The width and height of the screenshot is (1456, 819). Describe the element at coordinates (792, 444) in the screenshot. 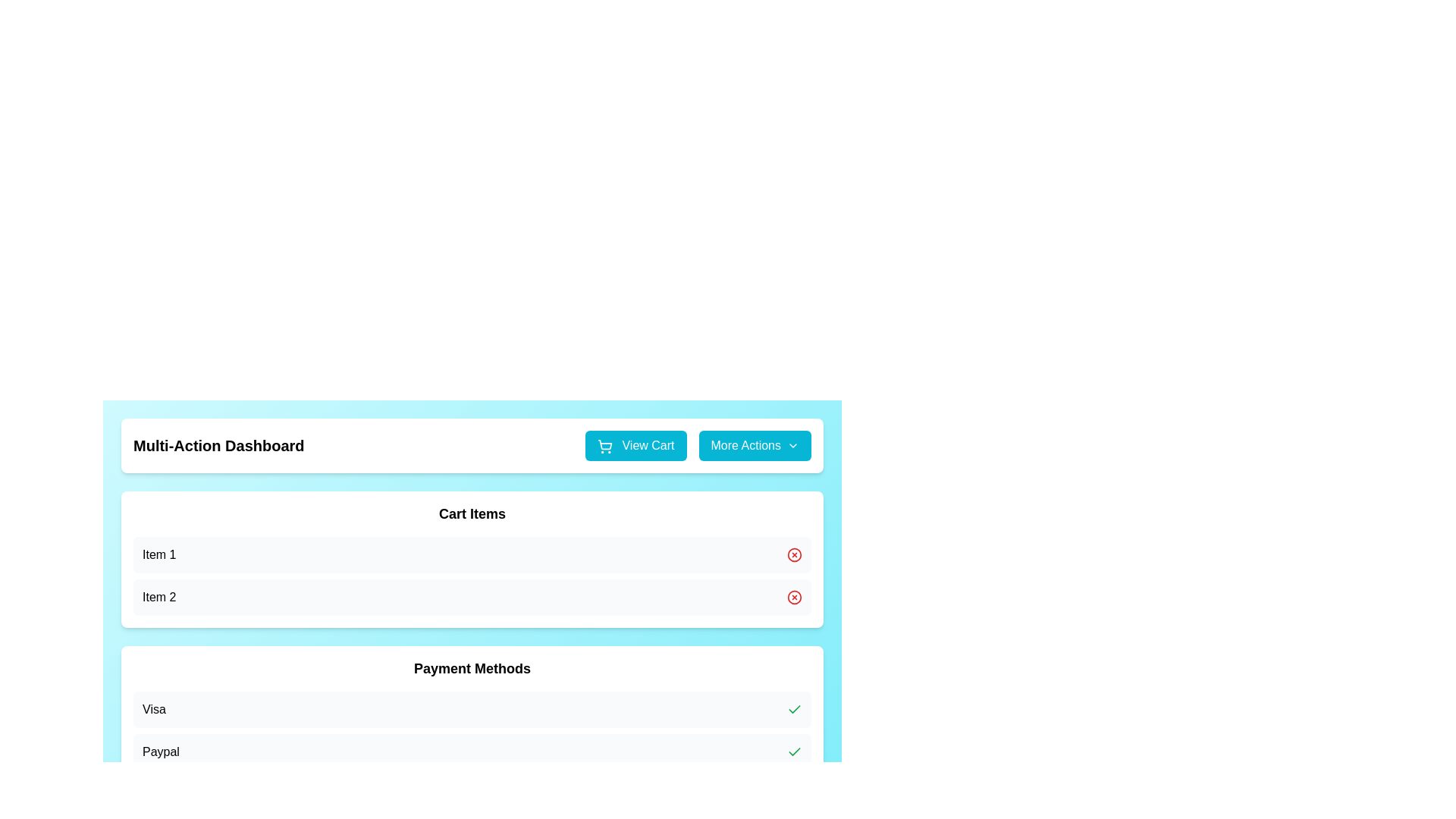

I see `the downward-facing chevron icon` at that location.